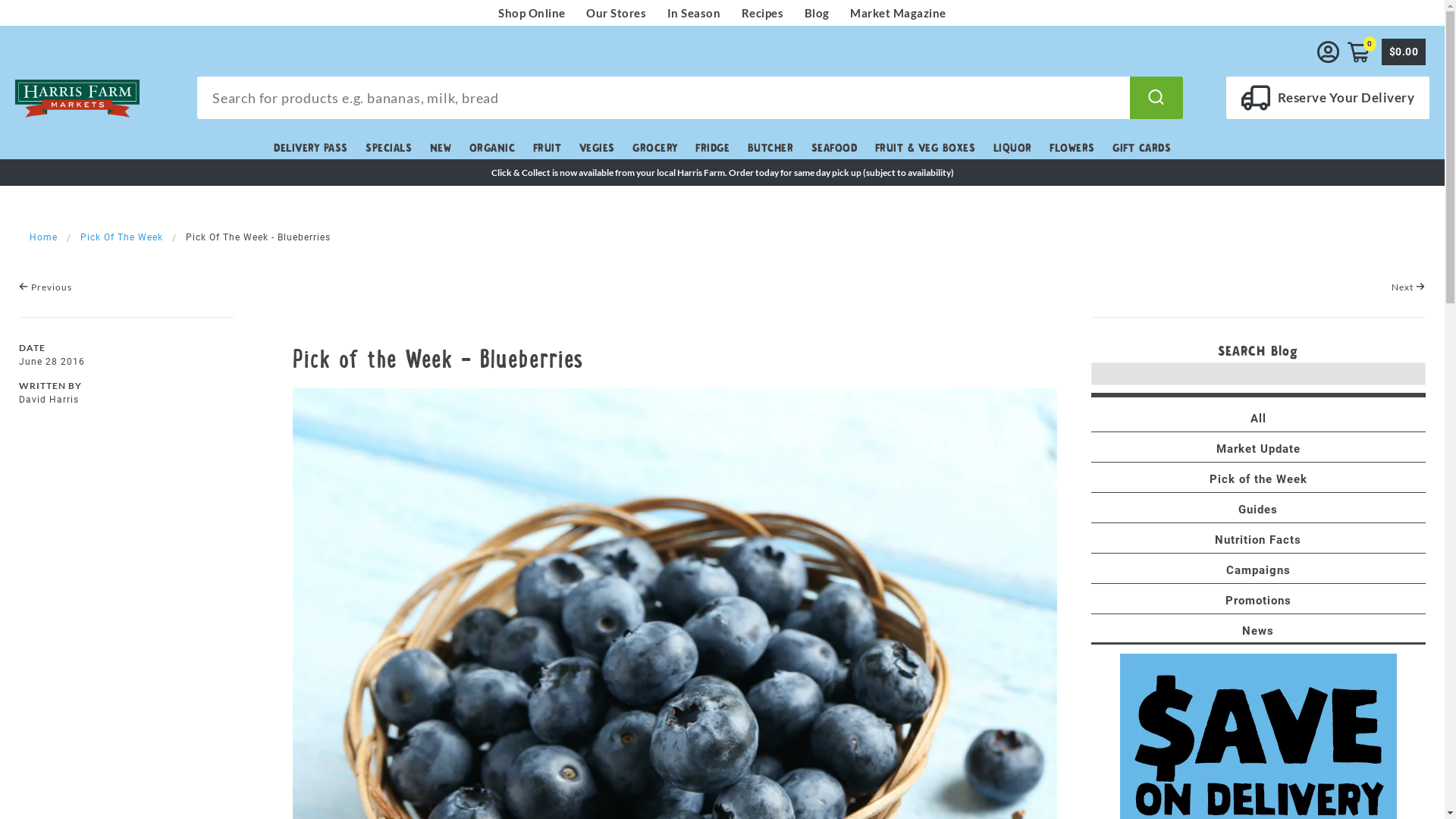 This screenshot has height=819, width=1456. What do you see at coordinates (1360, 52) in the screenshot?
I see `'0'` at bounding box center [1360, 52].